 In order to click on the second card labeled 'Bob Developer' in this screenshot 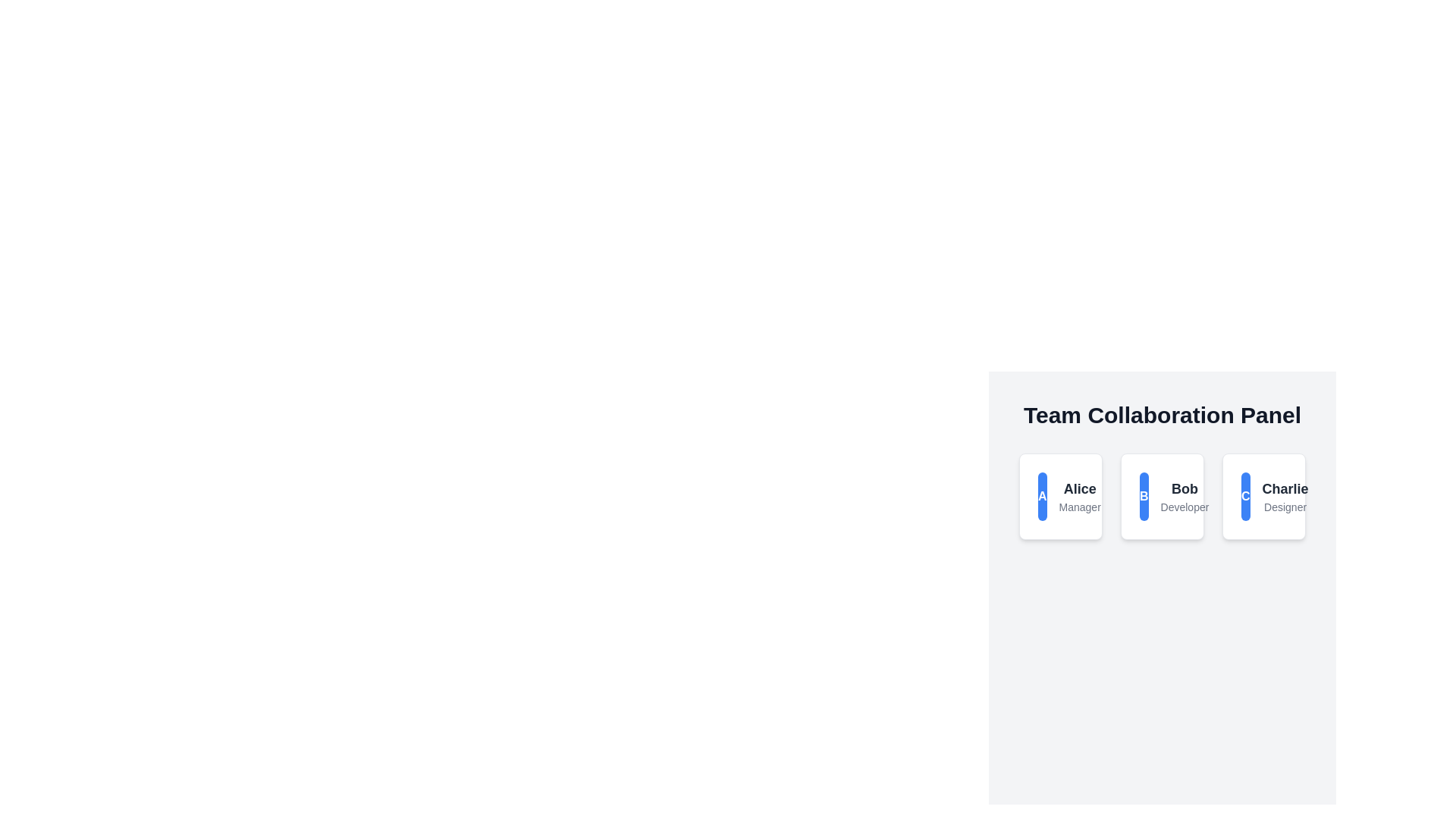, I will do `click(1161, 497)`.